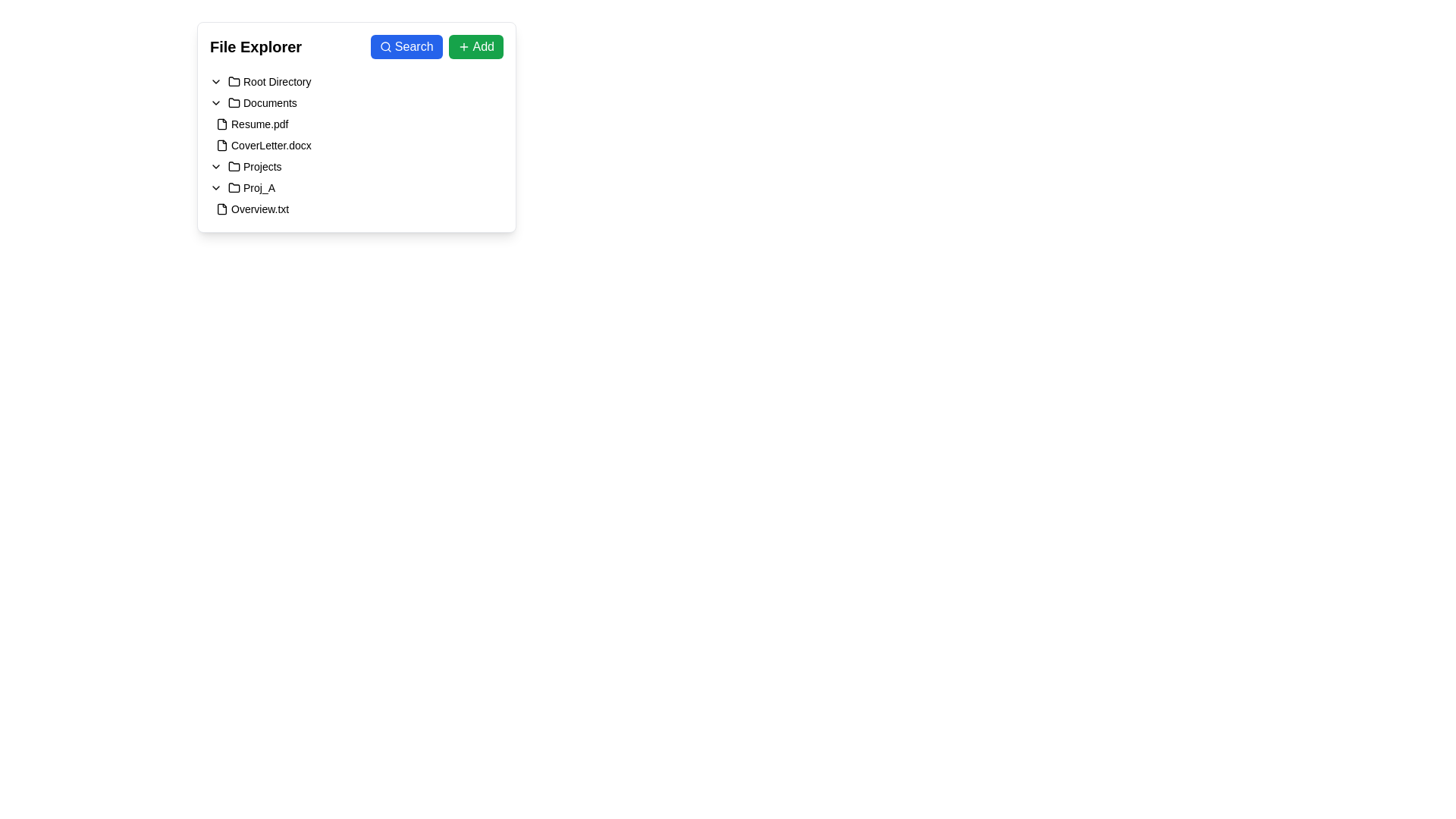  What do you see at coordinates (262, 102) in the screenshot?
I see `the 'Documents' folder item in the file explorer interface` at bounding box center [262, 102].